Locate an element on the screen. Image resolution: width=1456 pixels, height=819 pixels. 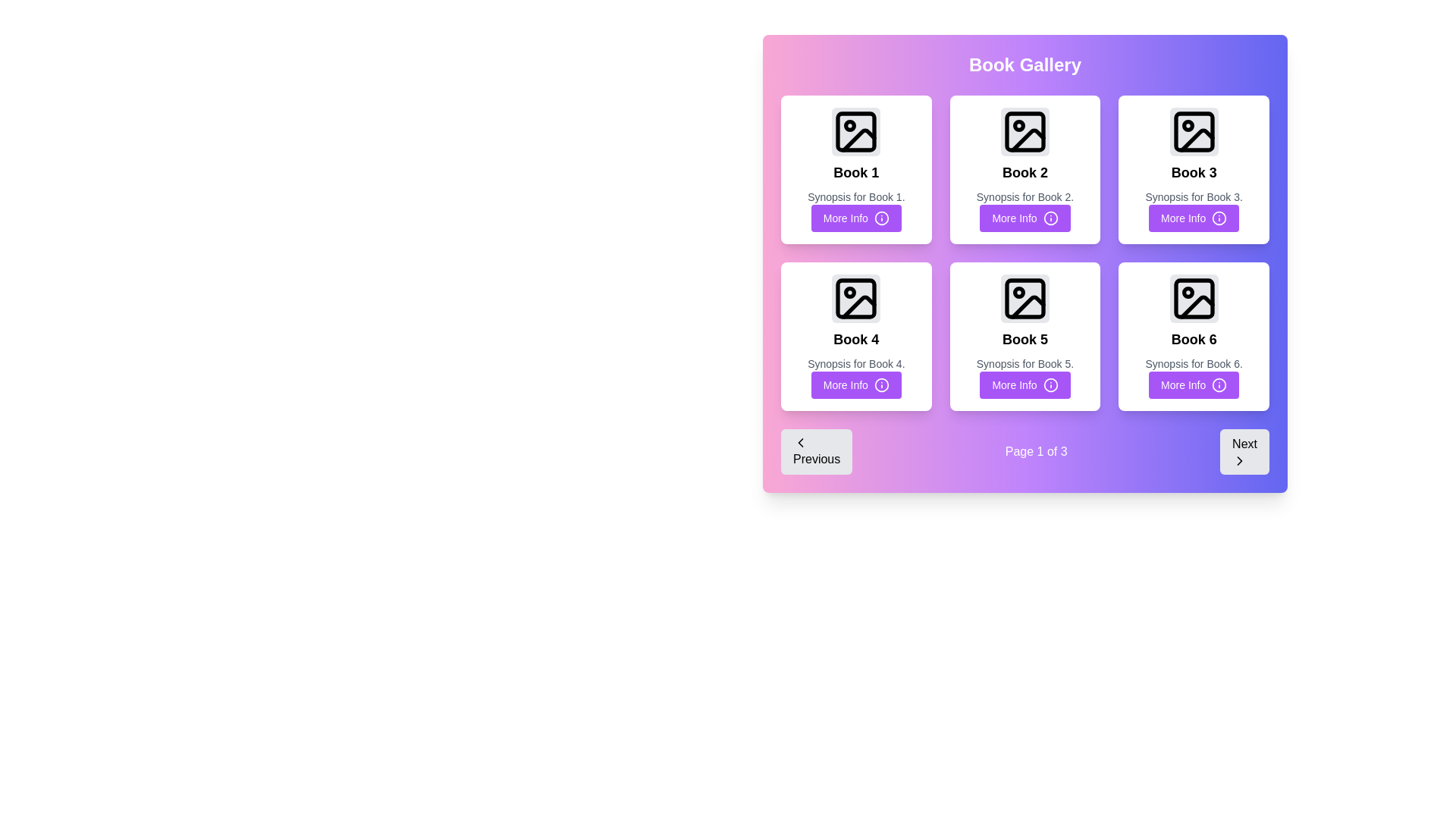
the image placeholder graphic for Book 6 located at the top-center of its card for further interaction is located at coordinates (1193, 298).